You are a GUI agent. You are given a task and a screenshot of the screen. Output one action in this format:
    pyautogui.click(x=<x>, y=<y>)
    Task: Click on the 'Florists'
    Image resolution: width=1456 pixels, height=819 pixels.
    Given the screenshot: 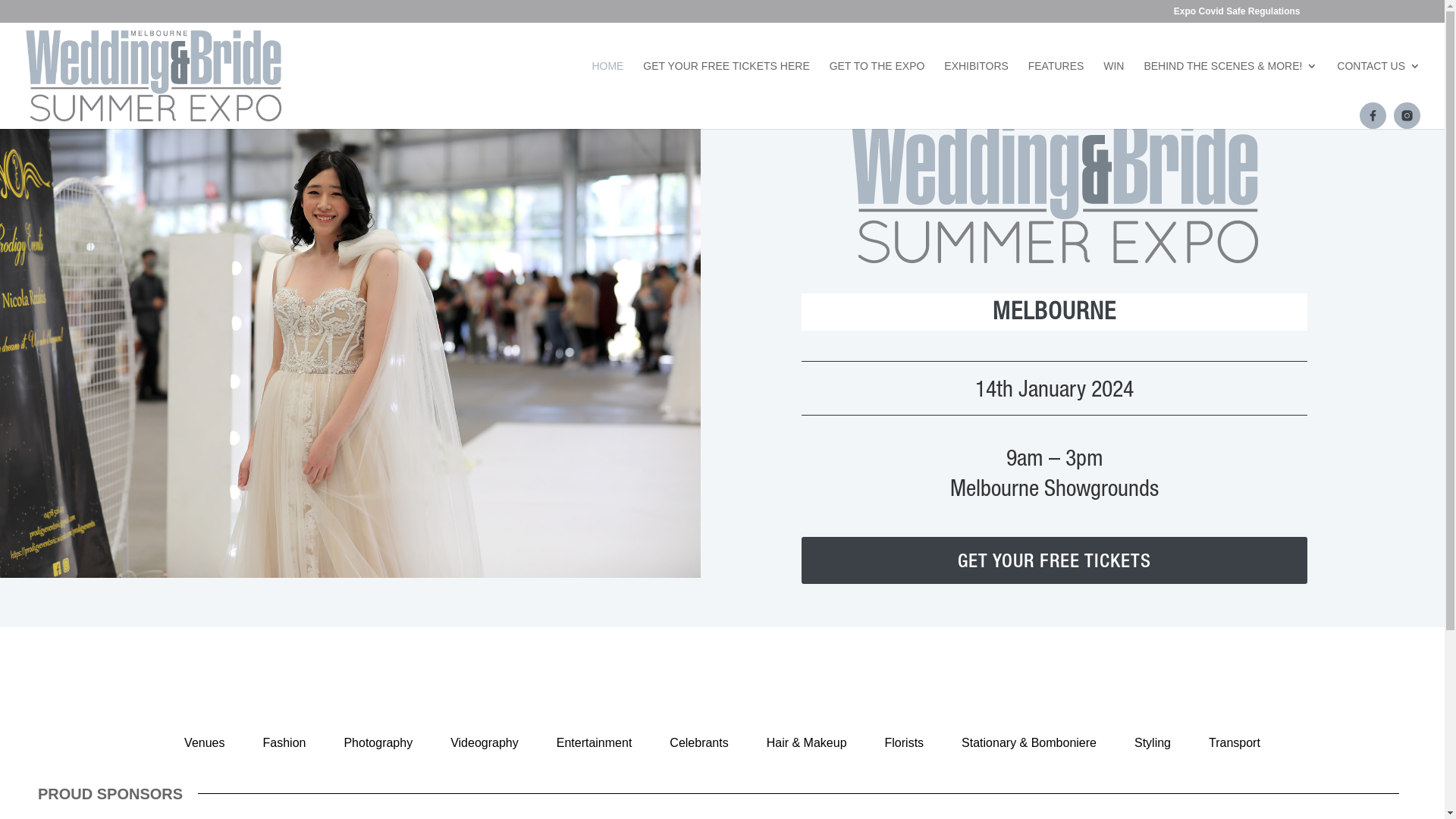 What is the action you would take?
    pyautogui.click(x=905, y=742)
    